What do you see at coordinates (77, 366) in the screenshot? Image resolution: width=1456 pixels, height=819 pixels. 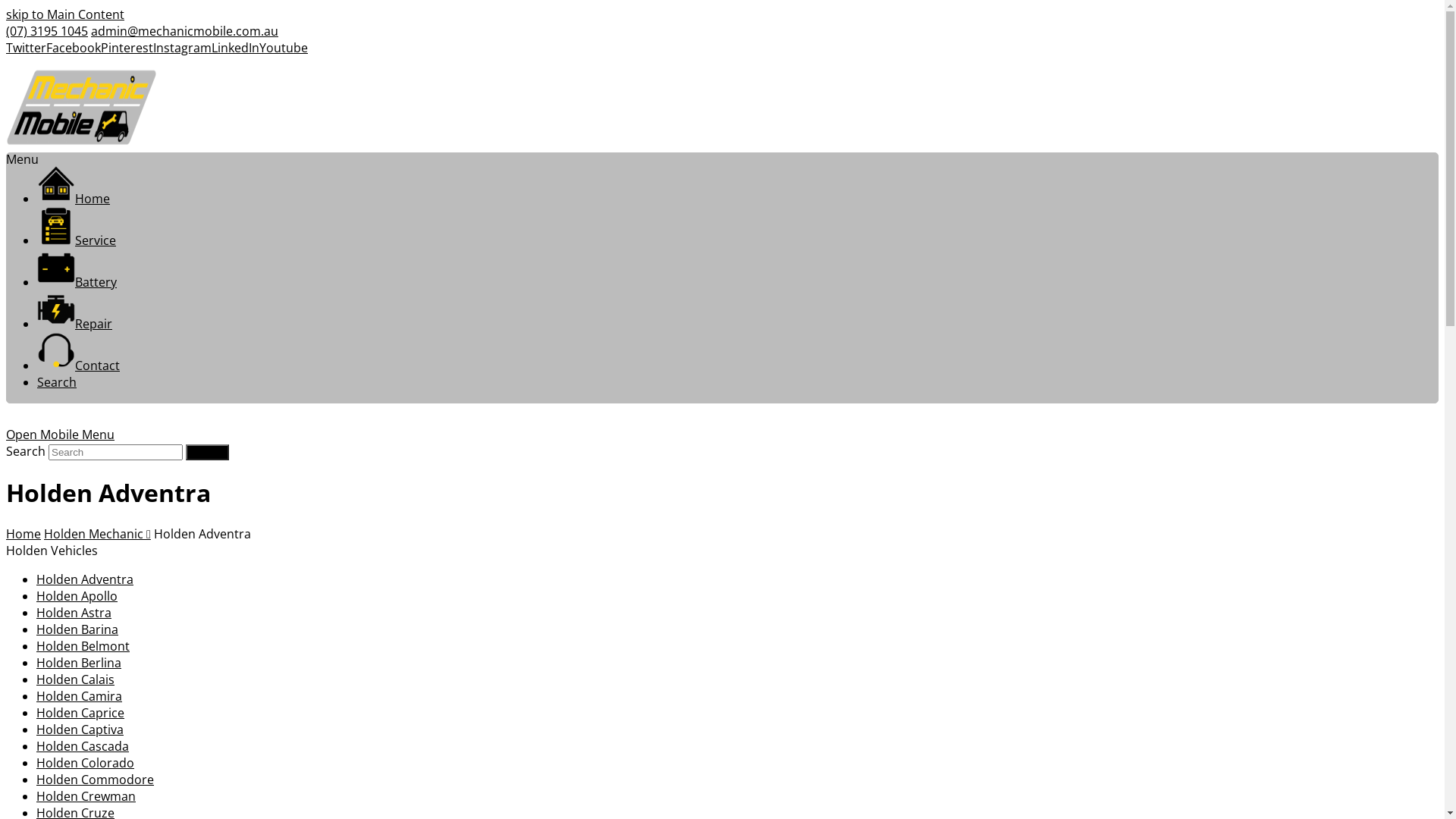 I see `'Contact'` at bounding box center [77, 366].